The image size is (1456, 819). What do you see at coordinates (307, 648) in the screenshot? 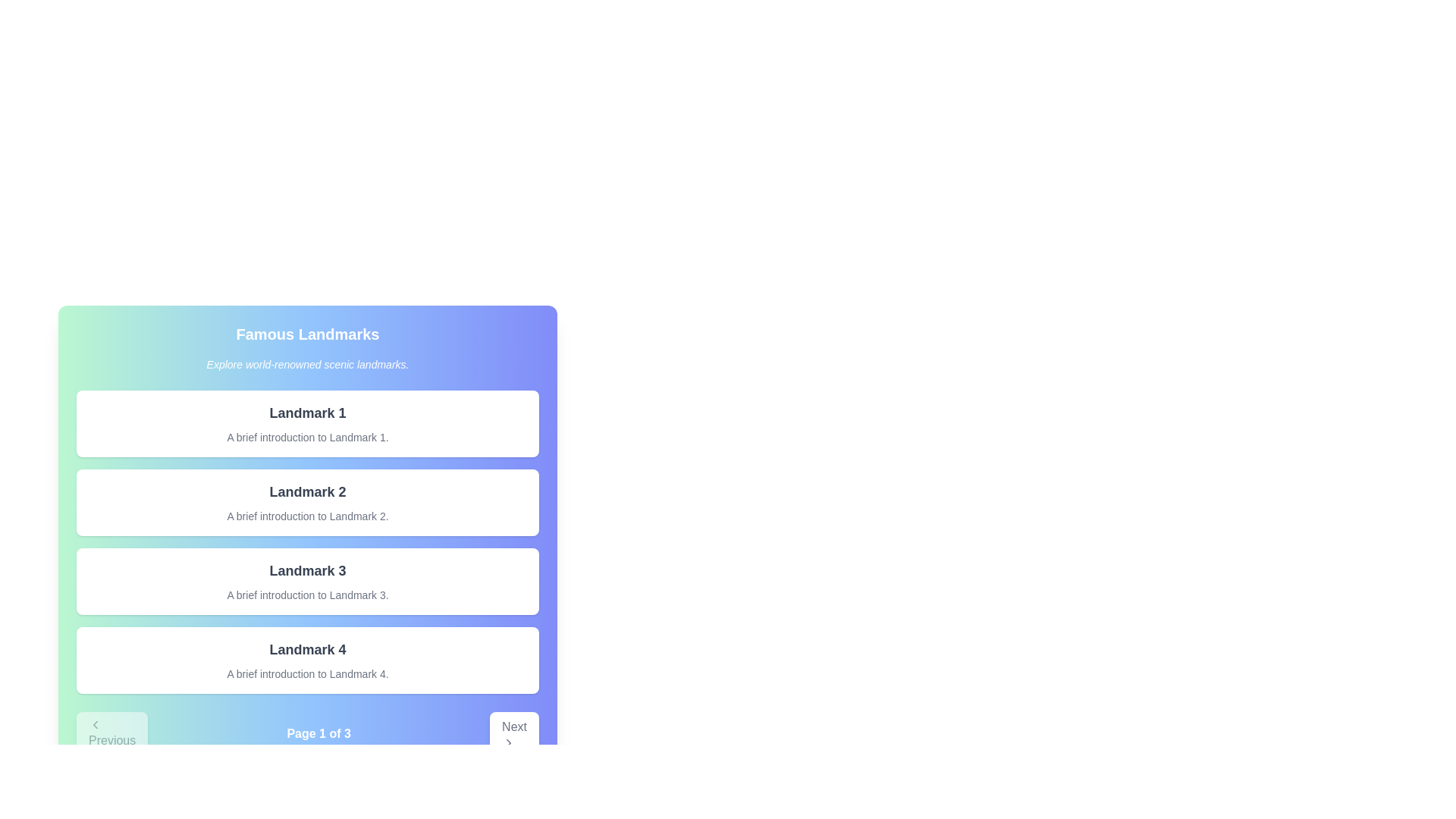
I see `the title label of the fourth listed landmark, which is positioned above the text 'A brief introduction to Landmark 4.'` at bounding box center [307, 648].